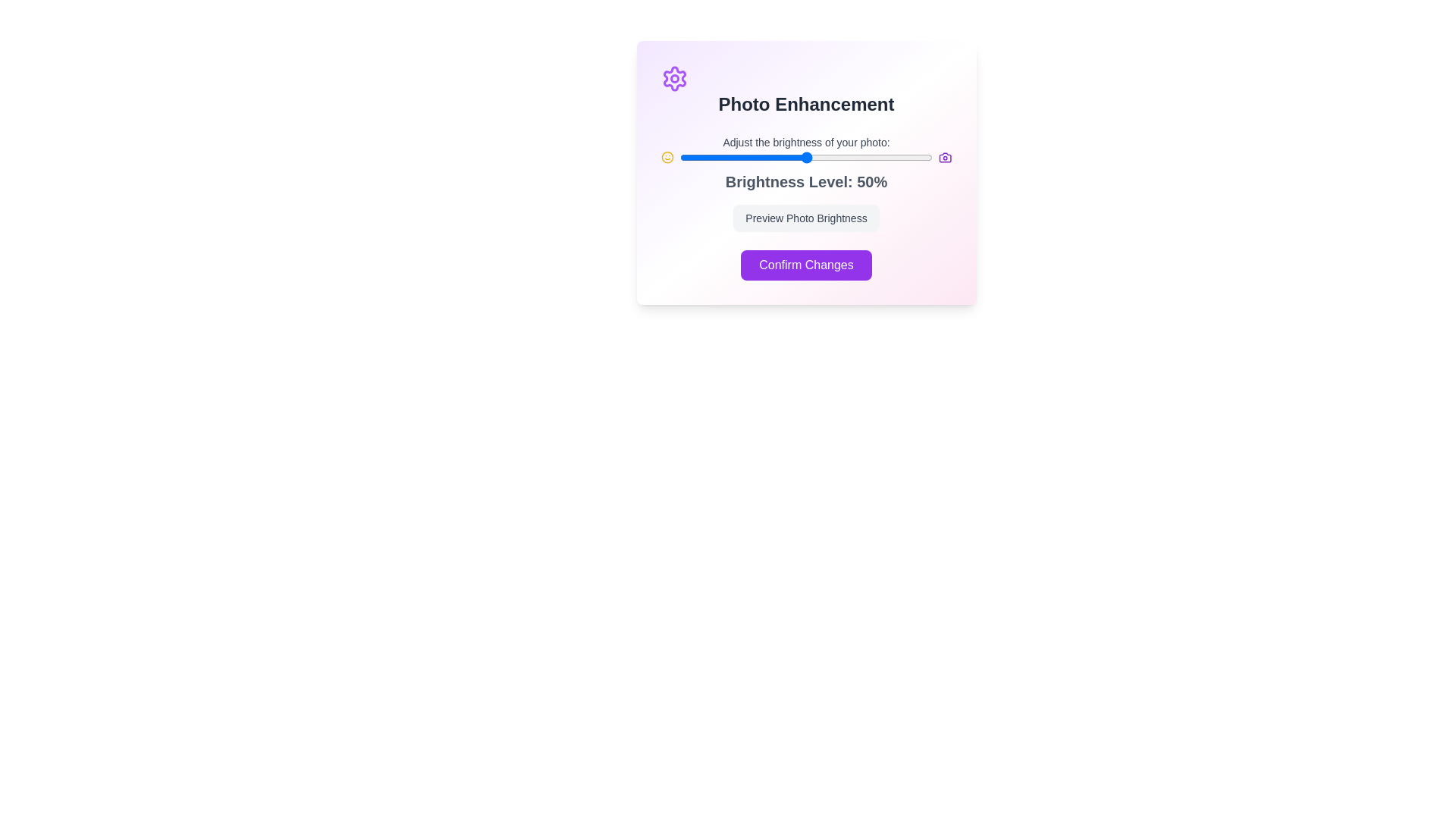  I want to click on 'Preview Photo Brightness' button, so click(805, 218).